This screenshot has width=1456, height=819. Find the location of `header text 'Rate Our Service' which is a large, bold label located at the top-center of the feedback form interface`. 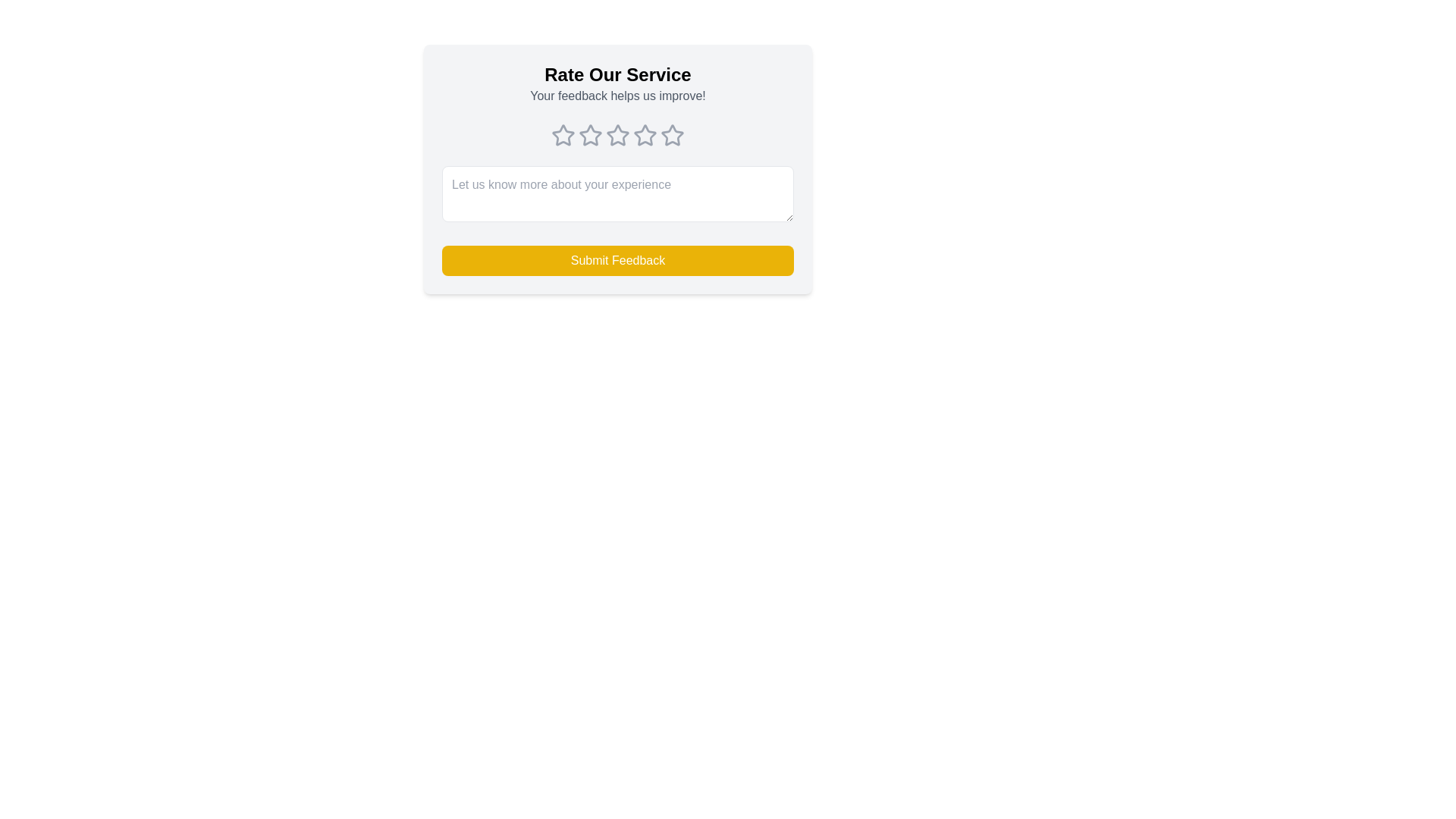

header text 'Rate Our Service' which is a large, bold label located at the top-center of the feedback form interface is located at coordinates (618, 75).